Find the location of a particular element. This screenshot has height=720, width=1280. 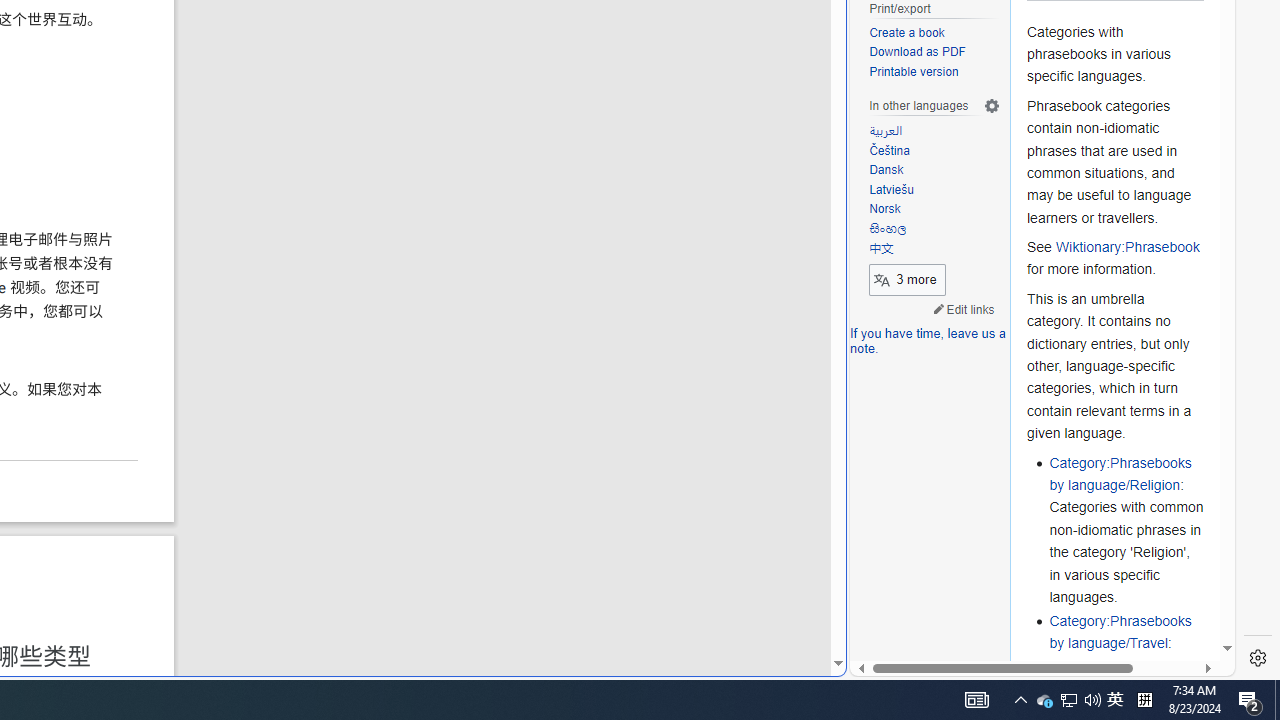

'Dansk' is located at coordinates (934, 170).